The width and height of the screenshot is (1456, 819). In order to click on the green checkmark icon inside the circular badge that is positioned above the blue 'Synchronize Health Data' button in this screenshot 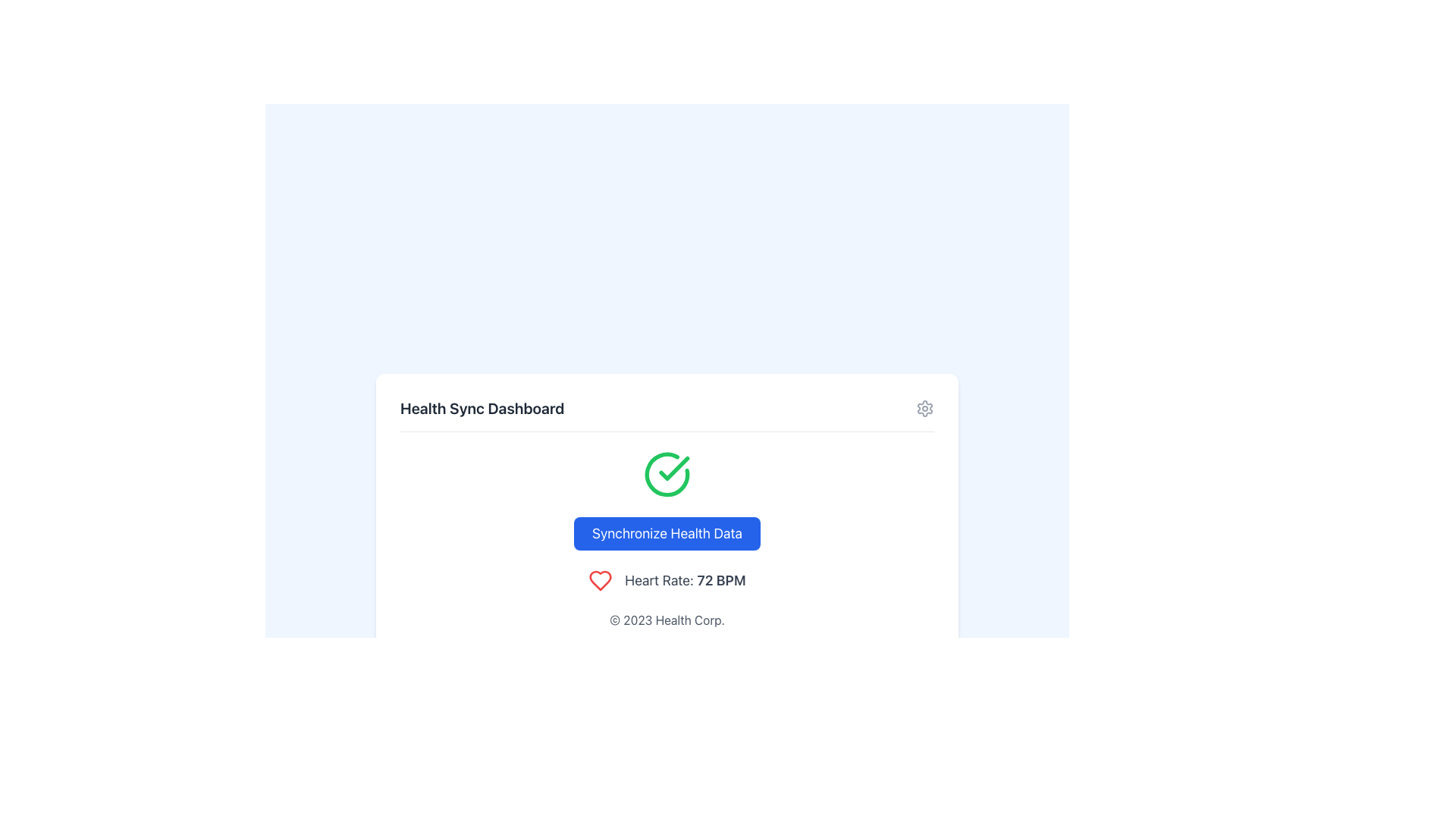, I will do `click(673, 467)`.